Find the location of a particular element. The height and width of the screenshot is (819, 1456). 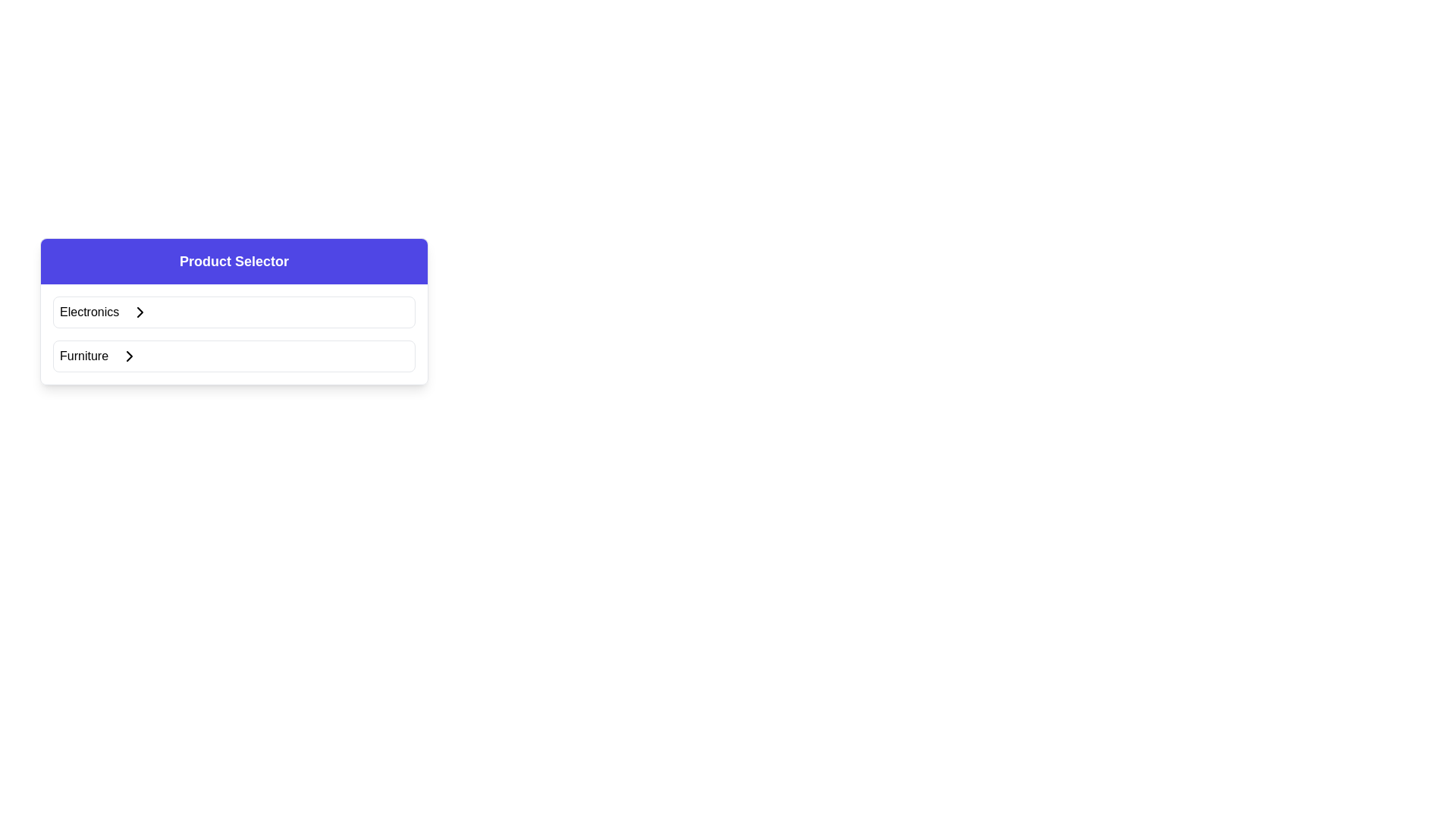

the Chevron icon located at the rightmost part of the 'Furniture' row under the 'Product Selector' section is located at coordinates (130, 356).